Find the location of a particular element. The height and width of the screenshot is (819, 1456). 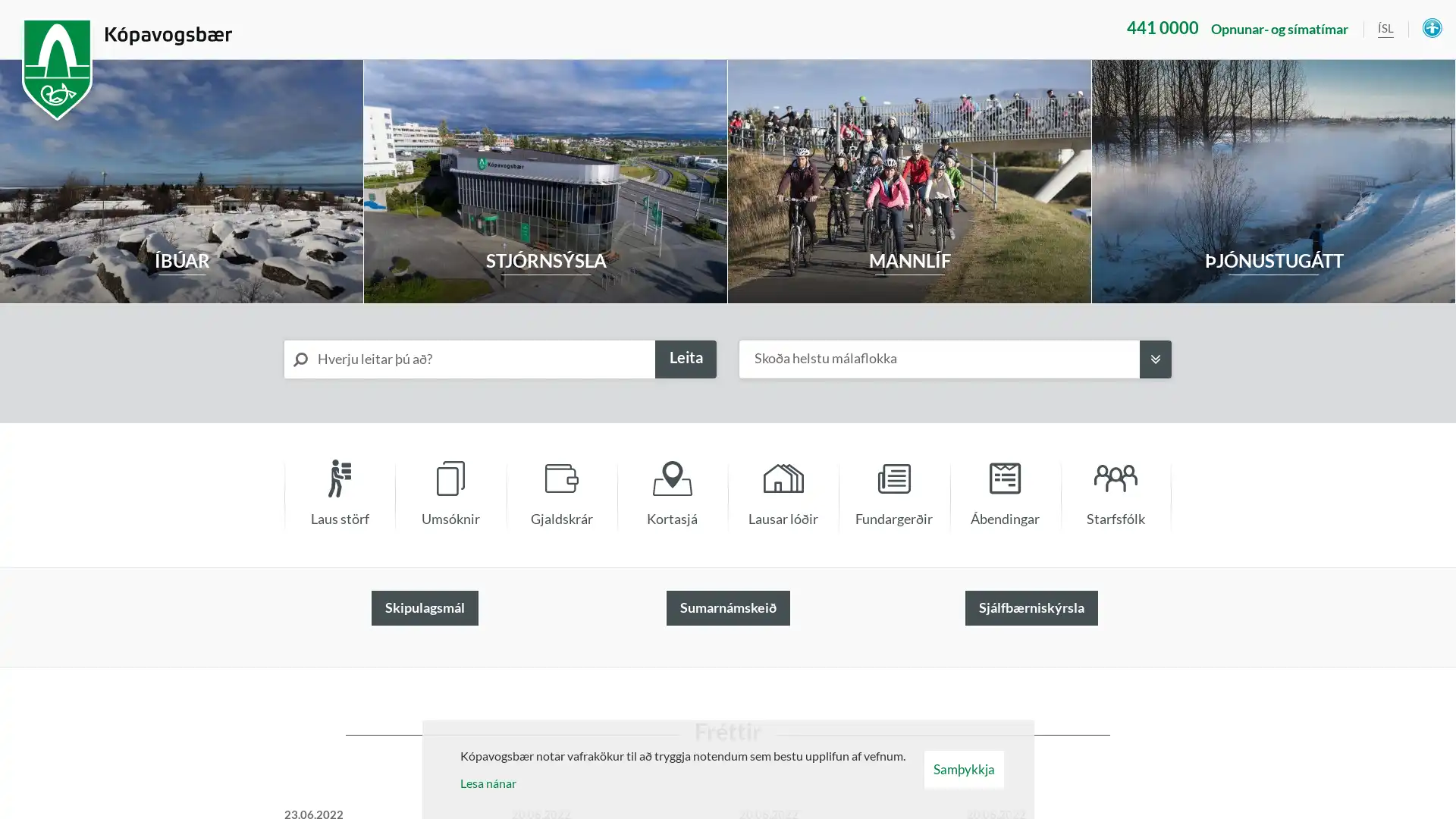

Samykkja vafrakokur is located at coordinates (962, 769).